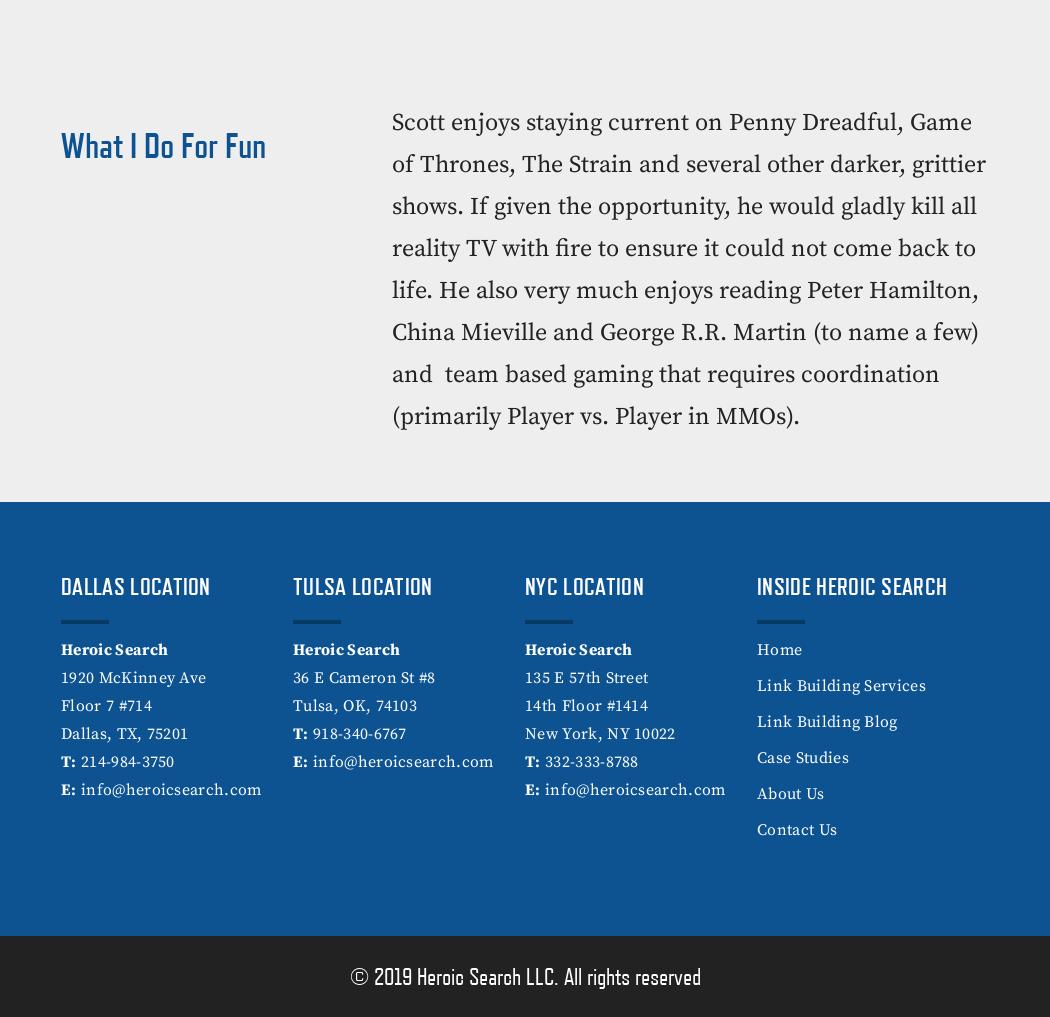 This screenshot has width=1050, height=1017. I want to click on 'Tulsa, OK, 74103', so click(354, 705).